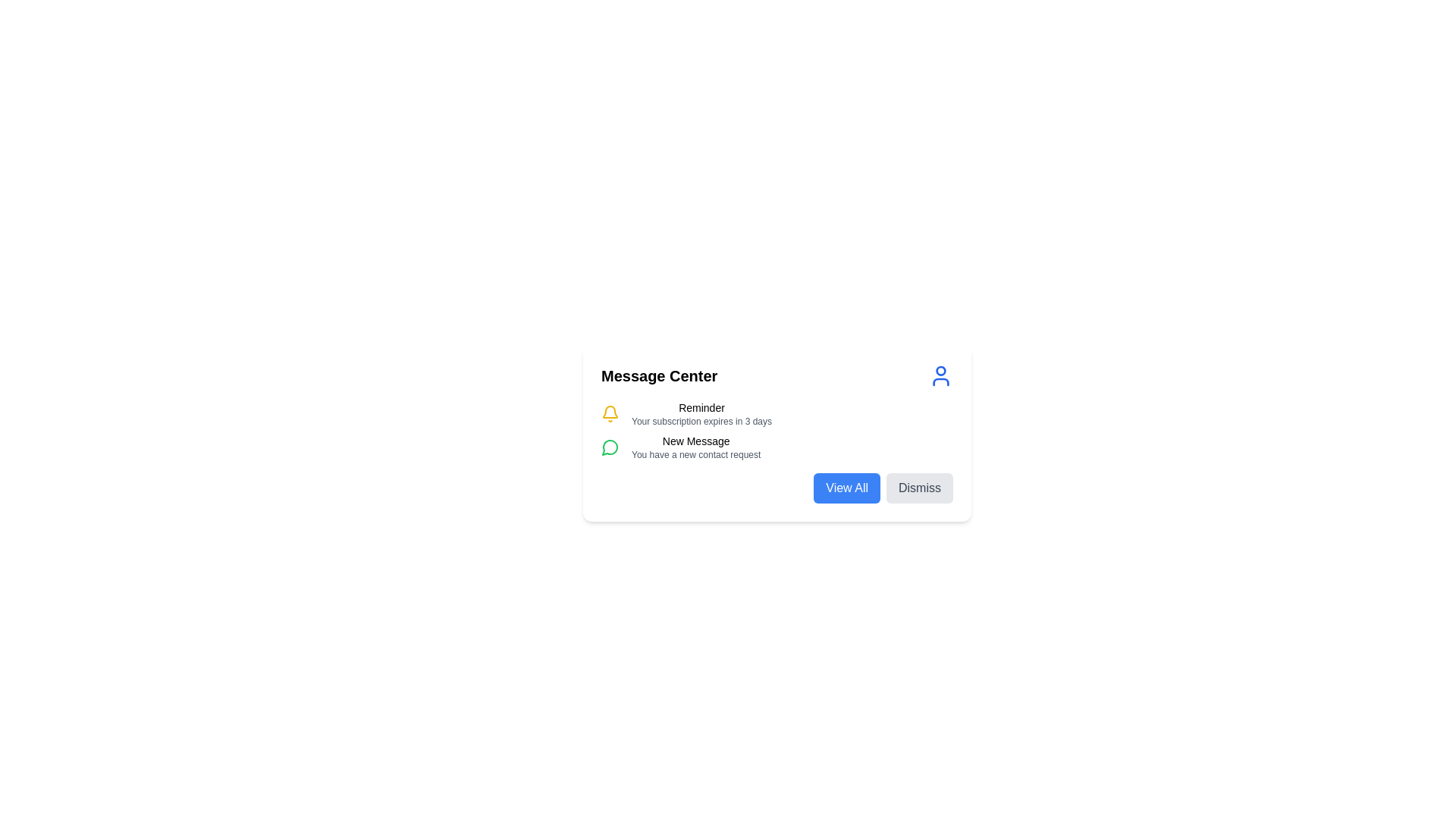  Describe the element at coordinates (659, 375) in the screenshot. I see `the 'Message Center' static text label, which is prominently displayed in bold, large font in the header area of the panel` at that location.